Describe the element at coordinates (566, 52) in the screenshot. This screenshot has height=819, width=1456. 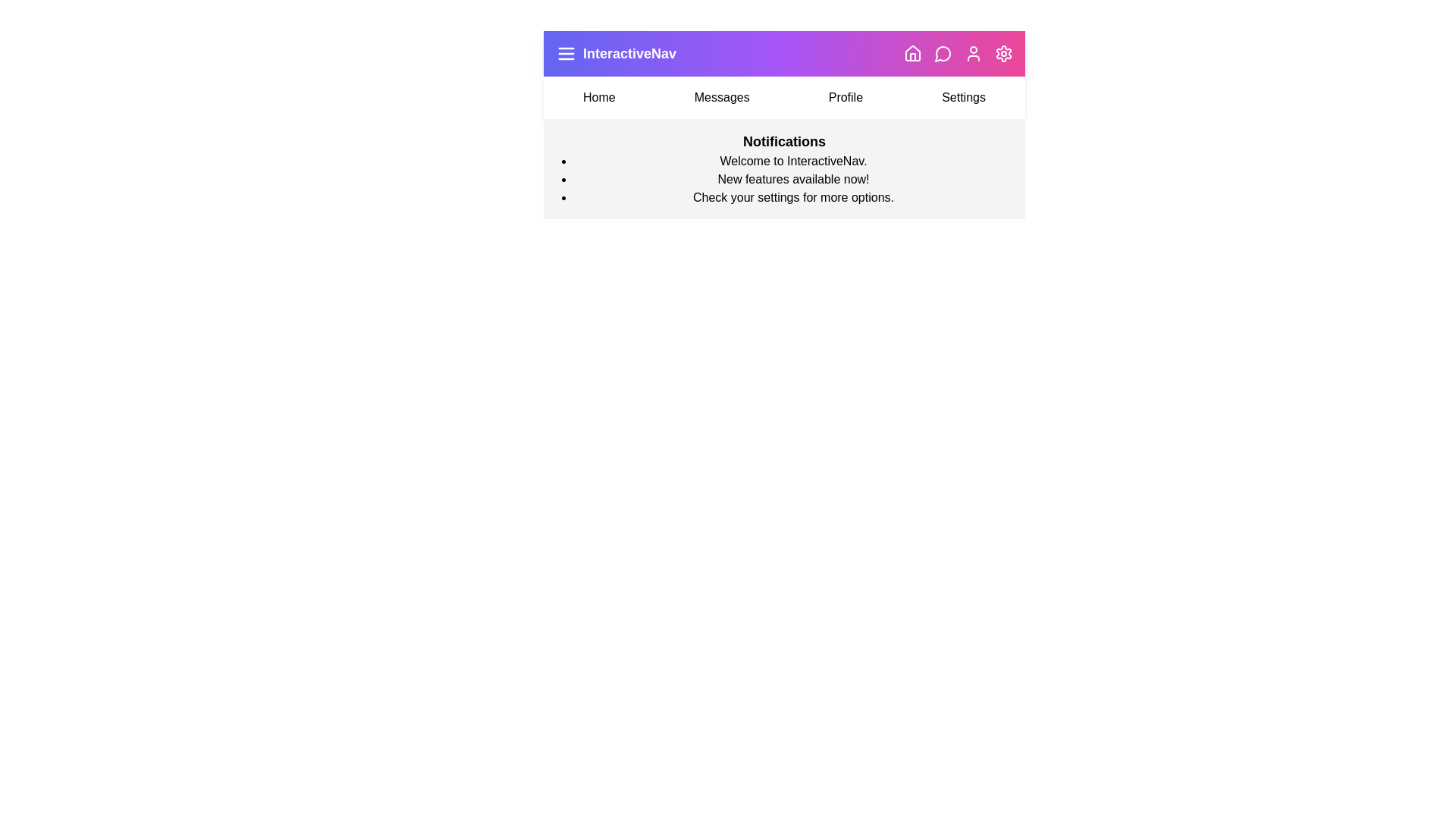
I see `the menu button to toggle the menu visibility` at that location.